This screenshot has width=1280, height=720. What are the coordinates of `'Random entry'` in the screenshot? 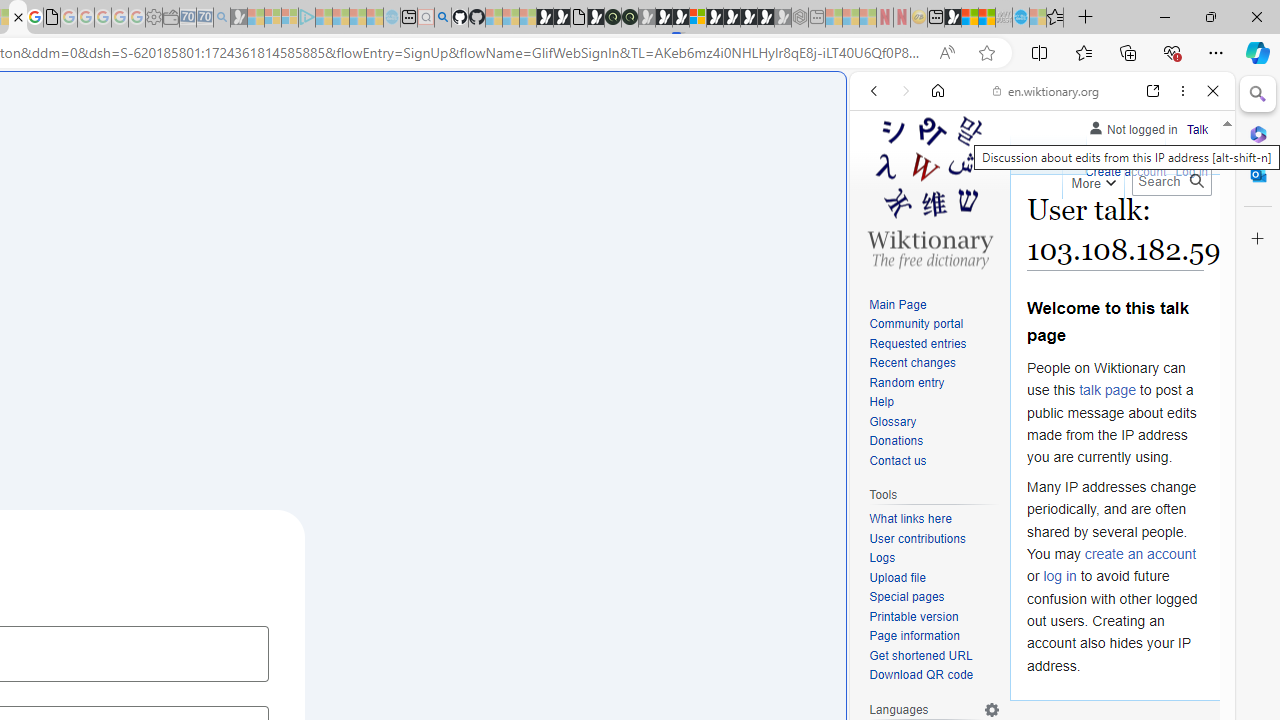 It's located at (934, 383).